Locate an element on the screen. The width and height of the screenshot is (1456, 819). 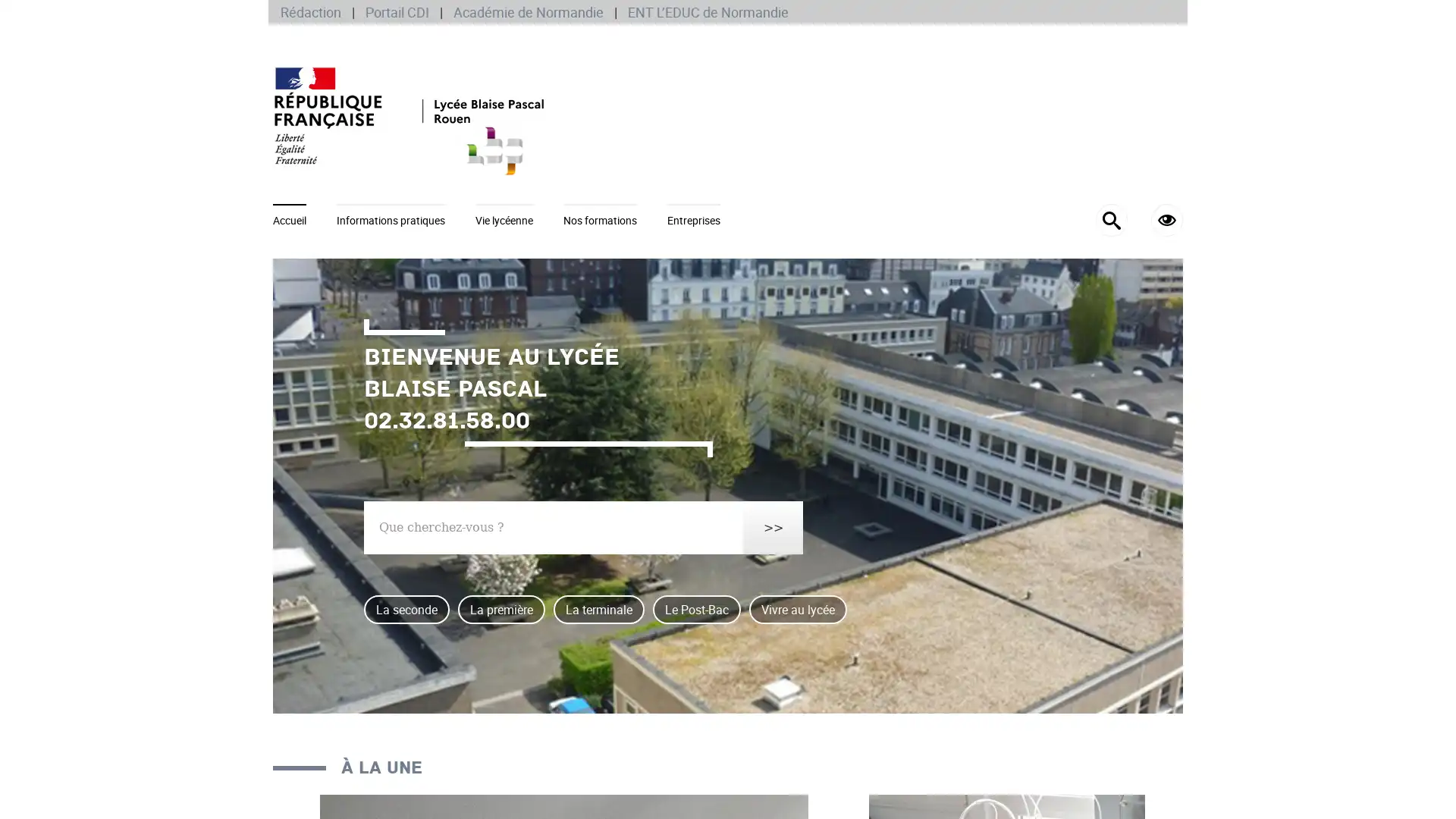
>> is located at coordinates (772, 526).